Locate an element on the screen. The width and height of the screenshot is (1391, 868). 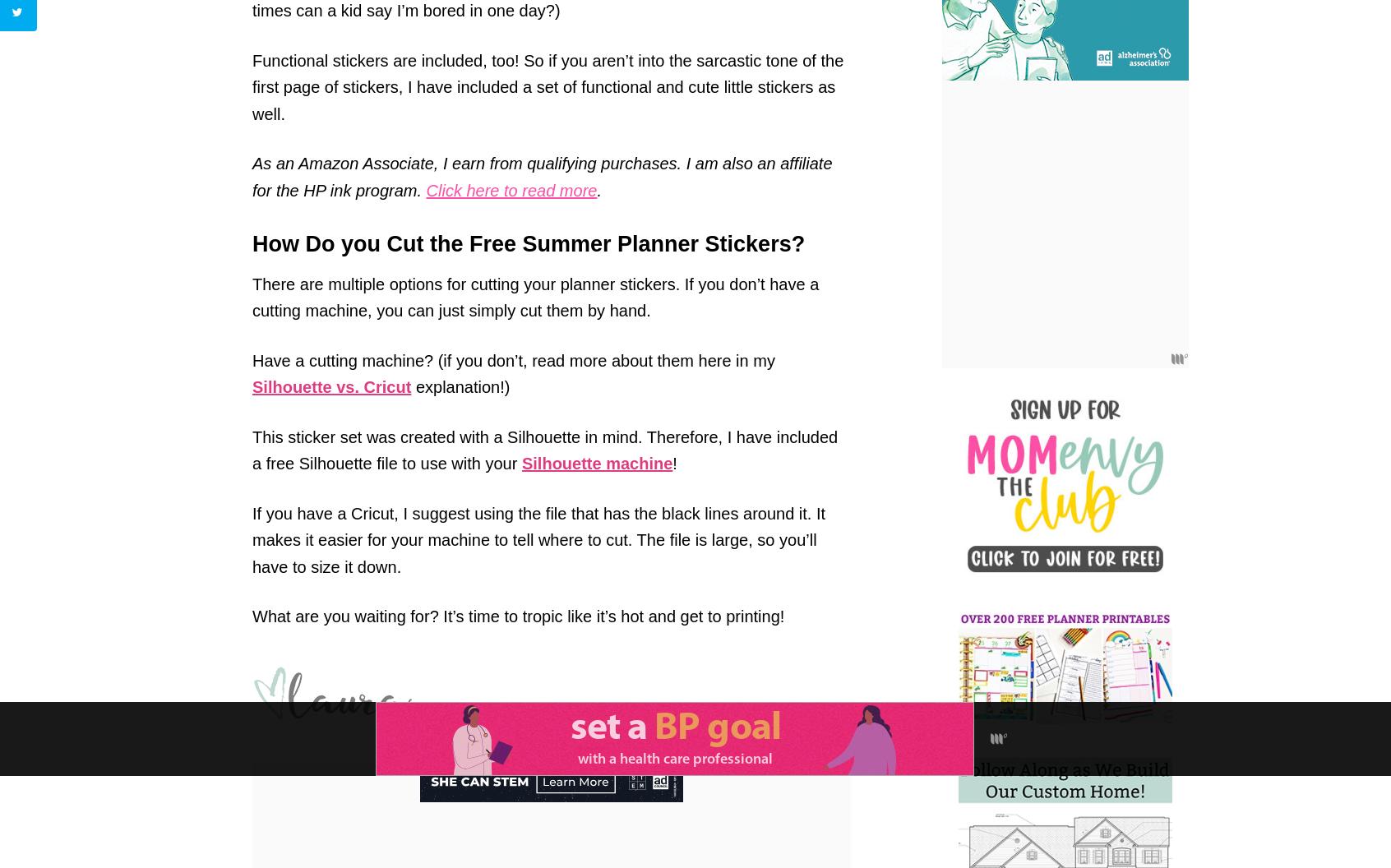
'explanation!)' is located at coordinates (410, 386).